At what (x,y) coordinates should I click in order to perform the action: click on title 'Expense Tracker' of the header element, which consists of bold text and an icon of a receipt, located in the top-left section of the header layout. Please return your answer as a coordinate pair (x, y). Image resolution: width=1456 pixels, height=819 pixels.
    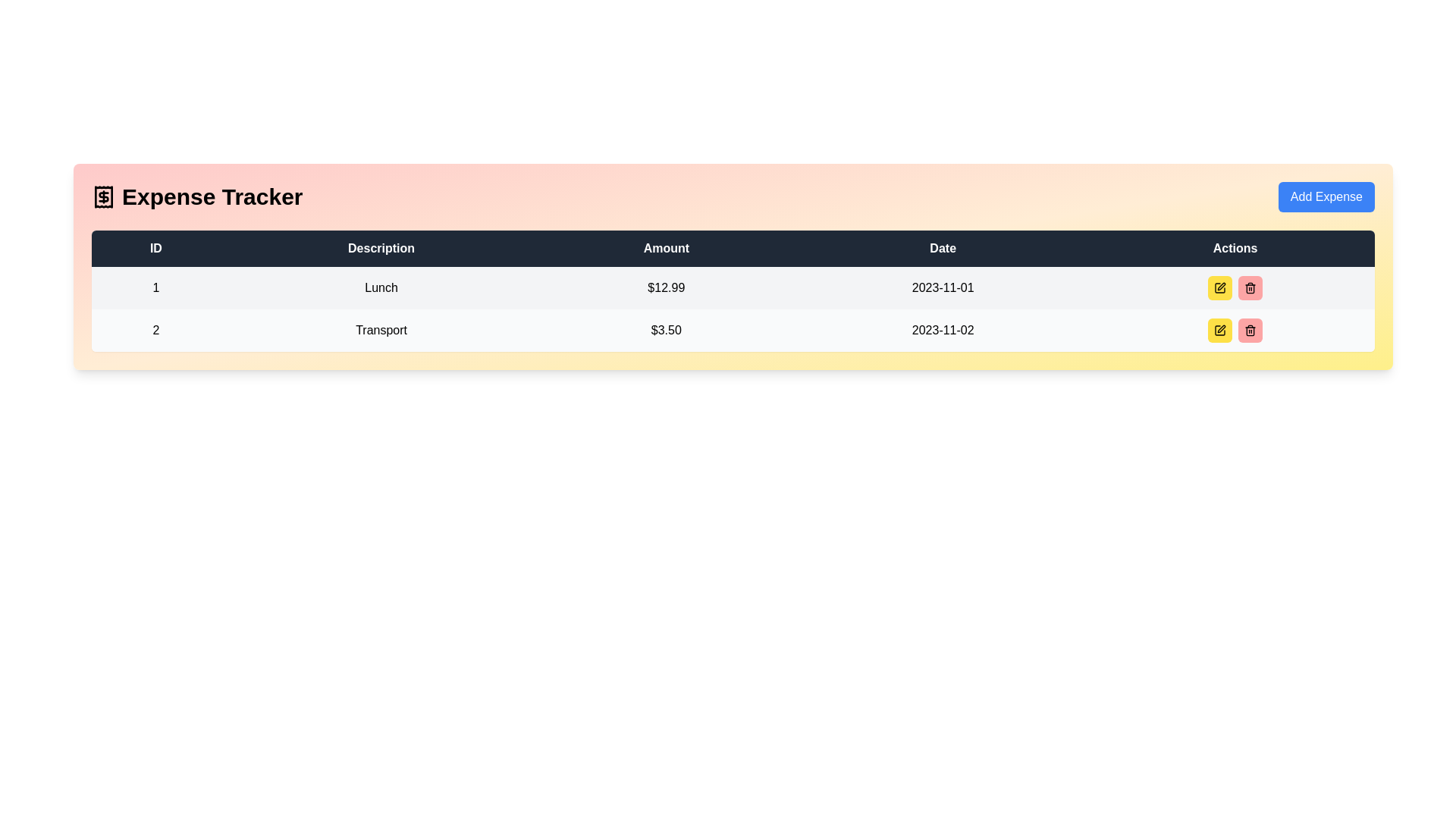
    Looking at the image, I should click on (196, 196).